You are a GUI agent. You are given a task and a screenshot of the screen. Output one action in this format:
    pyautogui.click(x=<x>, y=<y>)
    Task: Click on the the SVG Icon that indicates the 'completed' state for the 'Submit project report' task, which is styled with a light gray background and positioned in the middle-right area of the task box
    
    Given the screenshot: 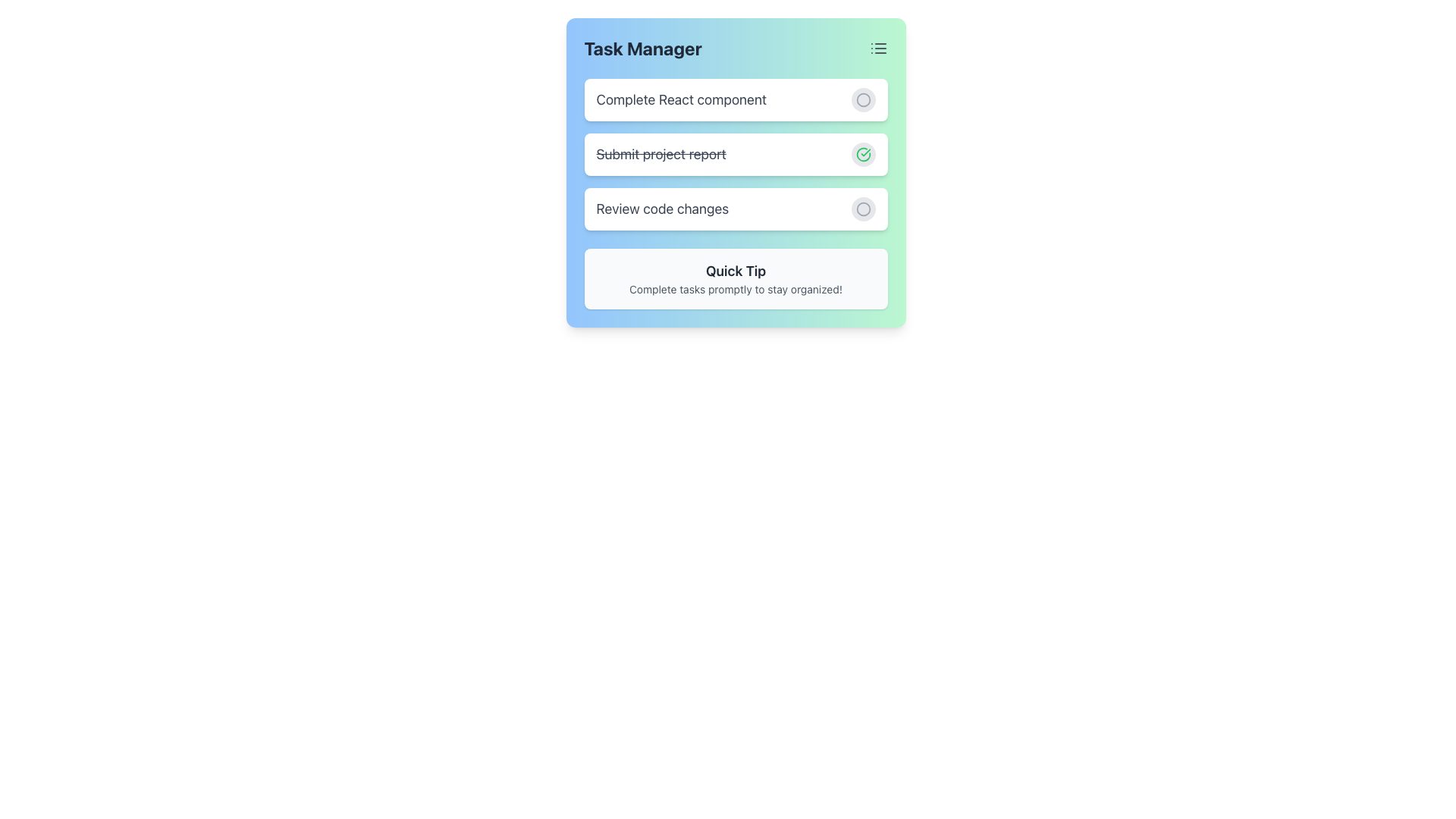 What is the action you would take?
    pyautogui.click(x=863, y=155)
    